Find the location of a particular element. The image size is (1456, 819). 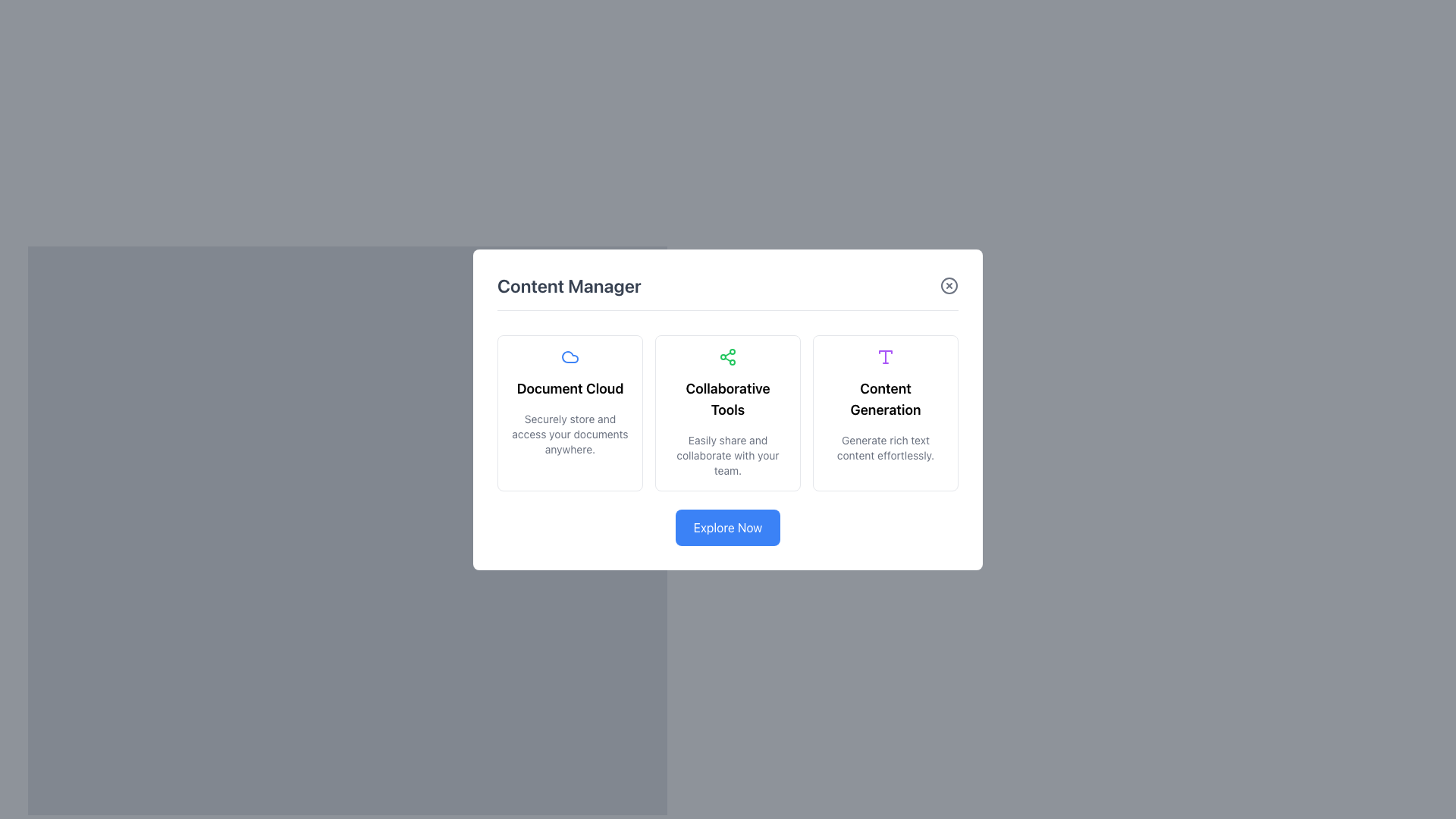

the close button represented by a circular SVG element with an 'X' in the top-right area of the modal window to trigger hover effects is located at coordinates (949, 285).